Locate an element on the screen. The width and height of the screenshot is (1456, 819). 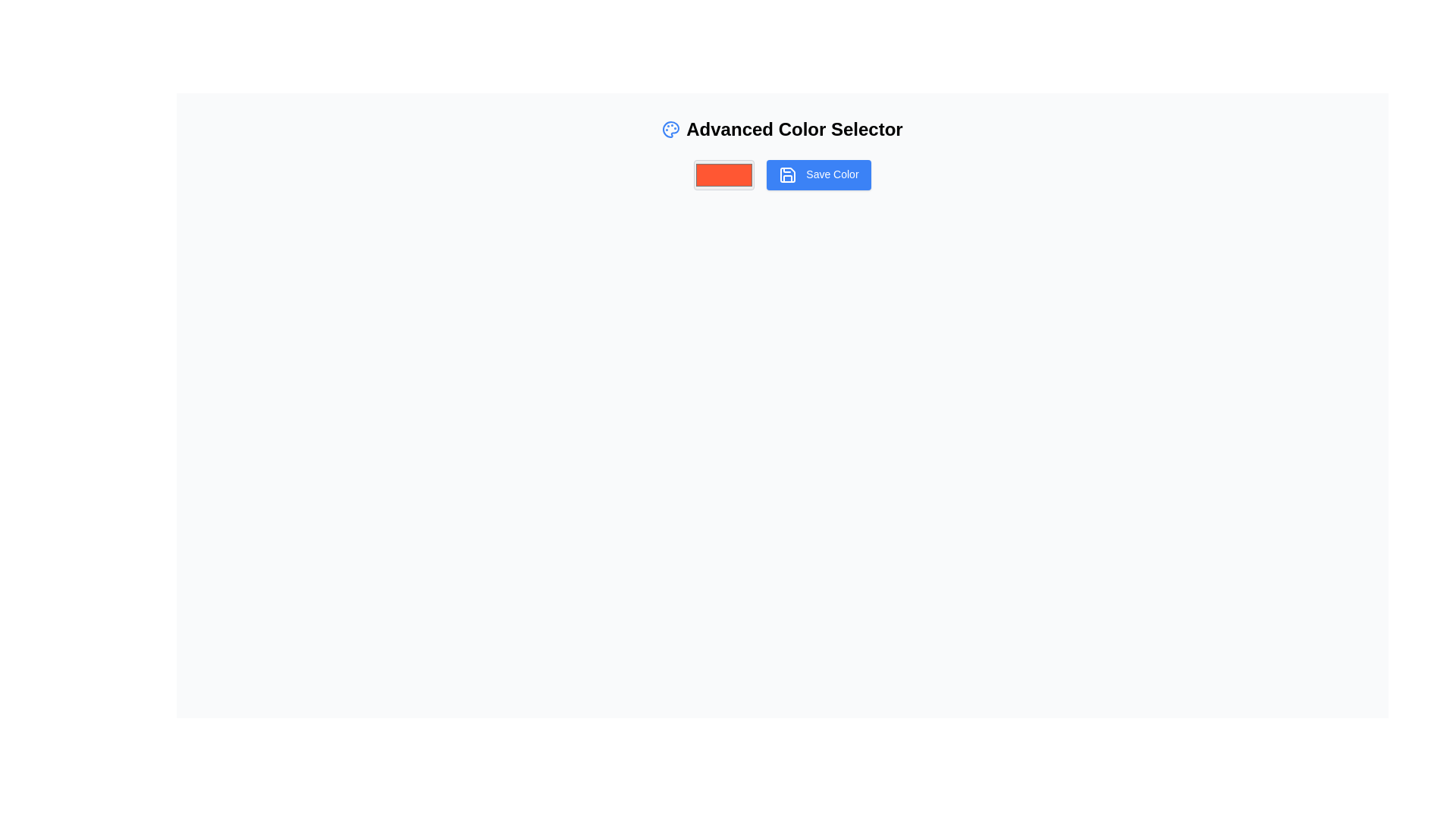
the 'Save Color' button icon, which is positioned to the left of the button's text and adjacent to an orange square is located at coordinates (788, 174).